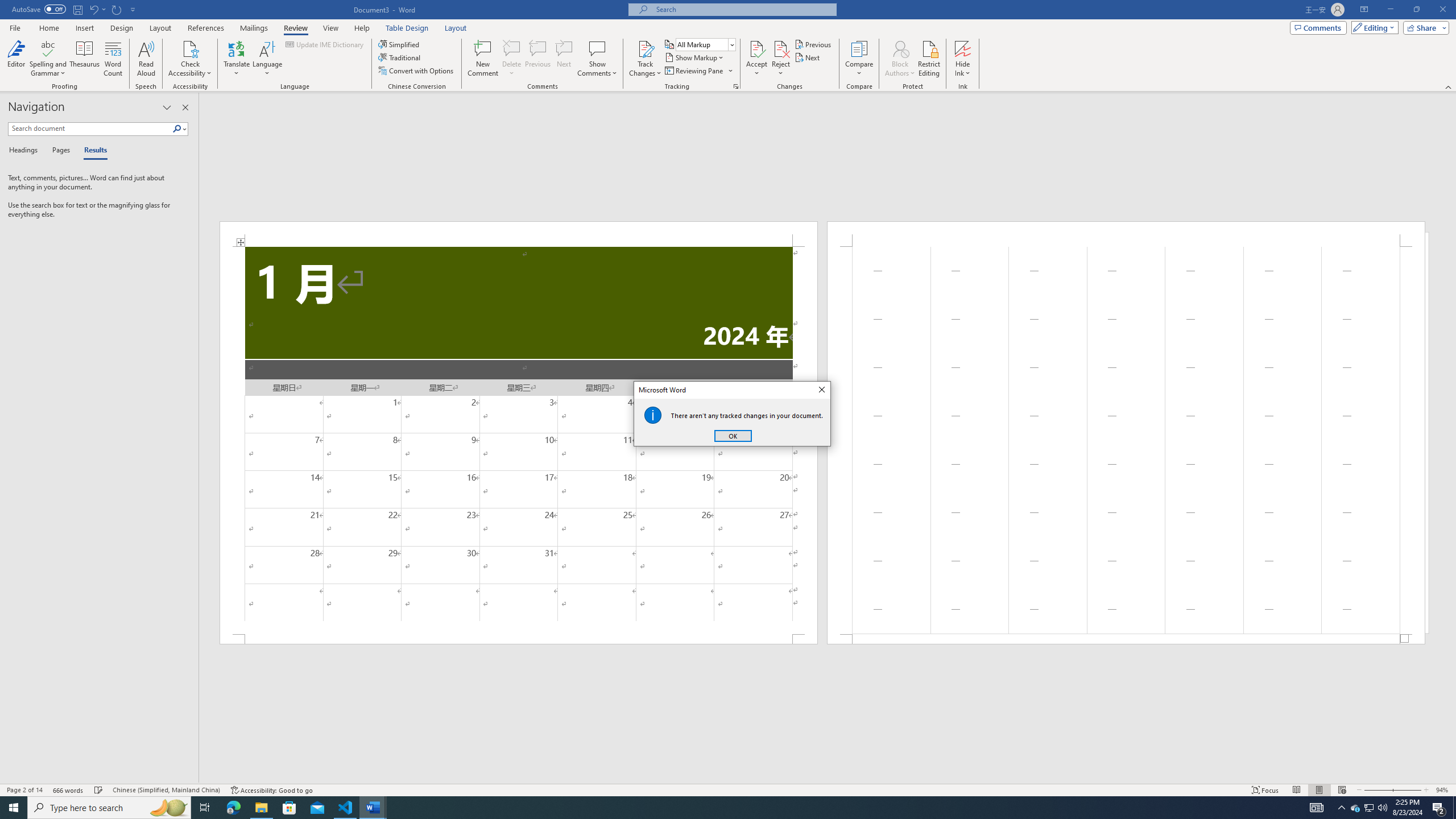  Describe the element at coordinates (735, 85) in the screenshot. I see `'Change Tracking Options...'` at that location.